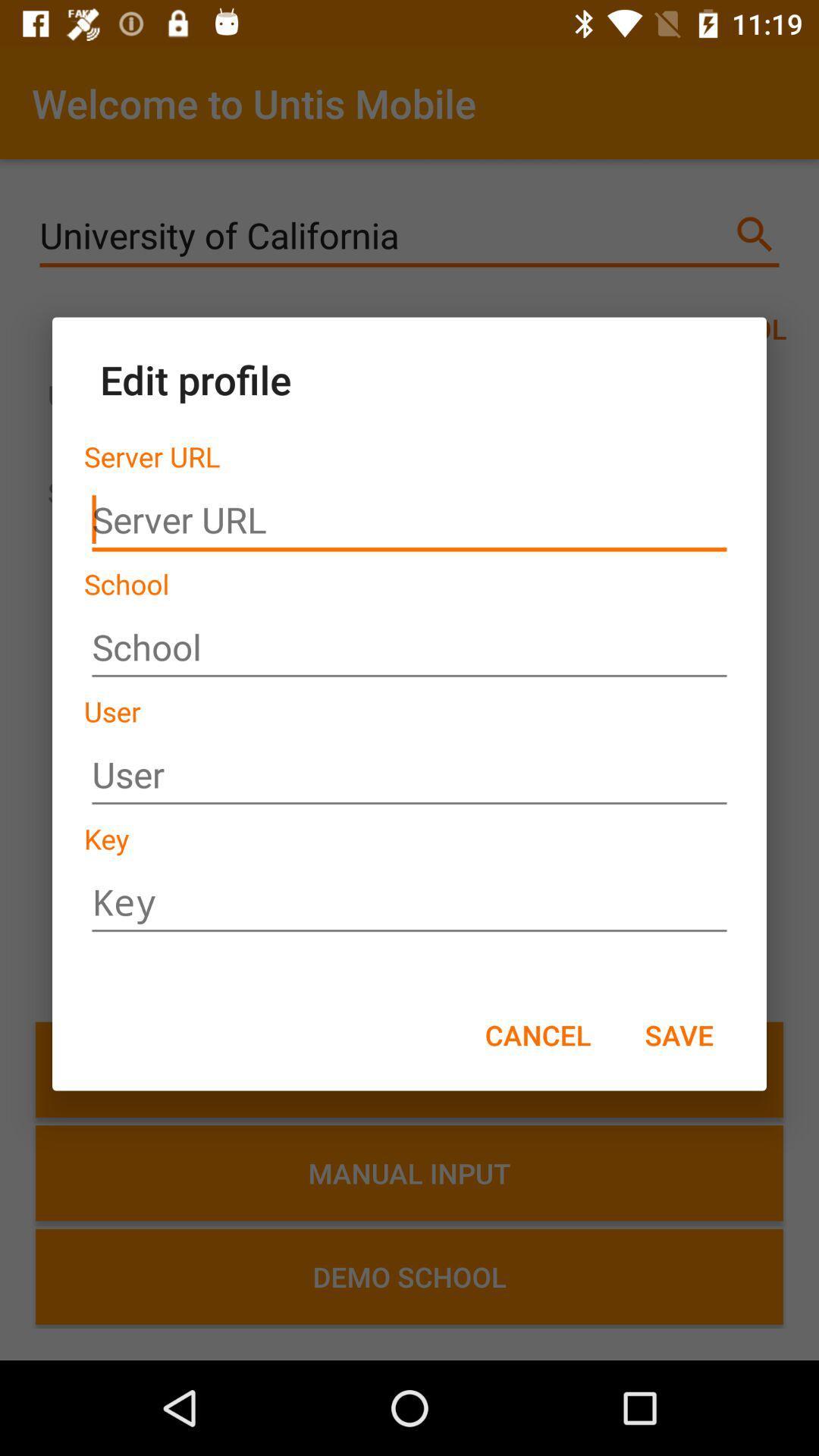 The image size is (819, 1456). What do you see at coordinates (409, 520) in the screenshot?
I see `insert url` at bounding box center [409, 520].